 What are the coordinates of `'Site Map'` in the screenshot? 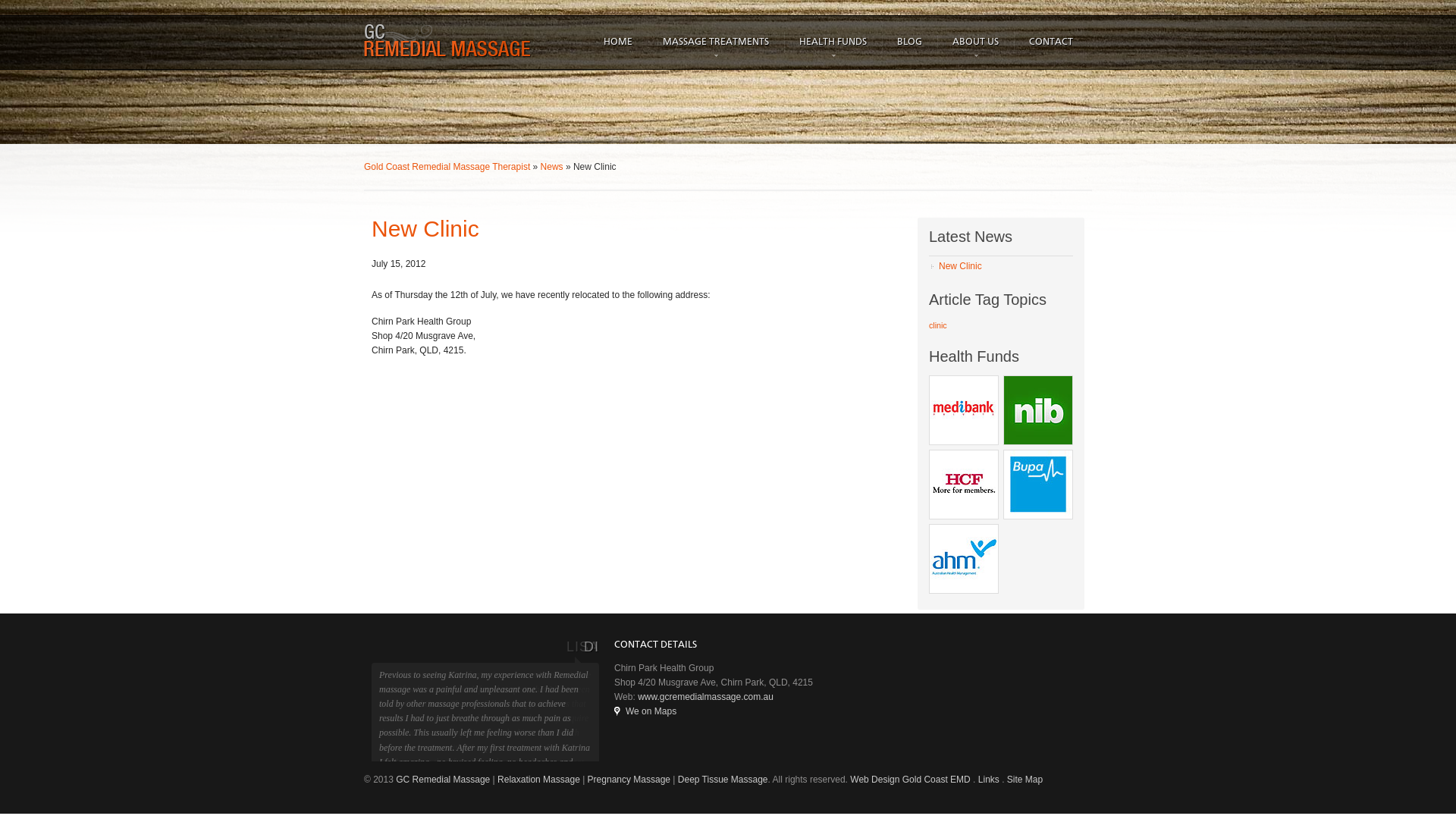 It's located at (1025, 780).